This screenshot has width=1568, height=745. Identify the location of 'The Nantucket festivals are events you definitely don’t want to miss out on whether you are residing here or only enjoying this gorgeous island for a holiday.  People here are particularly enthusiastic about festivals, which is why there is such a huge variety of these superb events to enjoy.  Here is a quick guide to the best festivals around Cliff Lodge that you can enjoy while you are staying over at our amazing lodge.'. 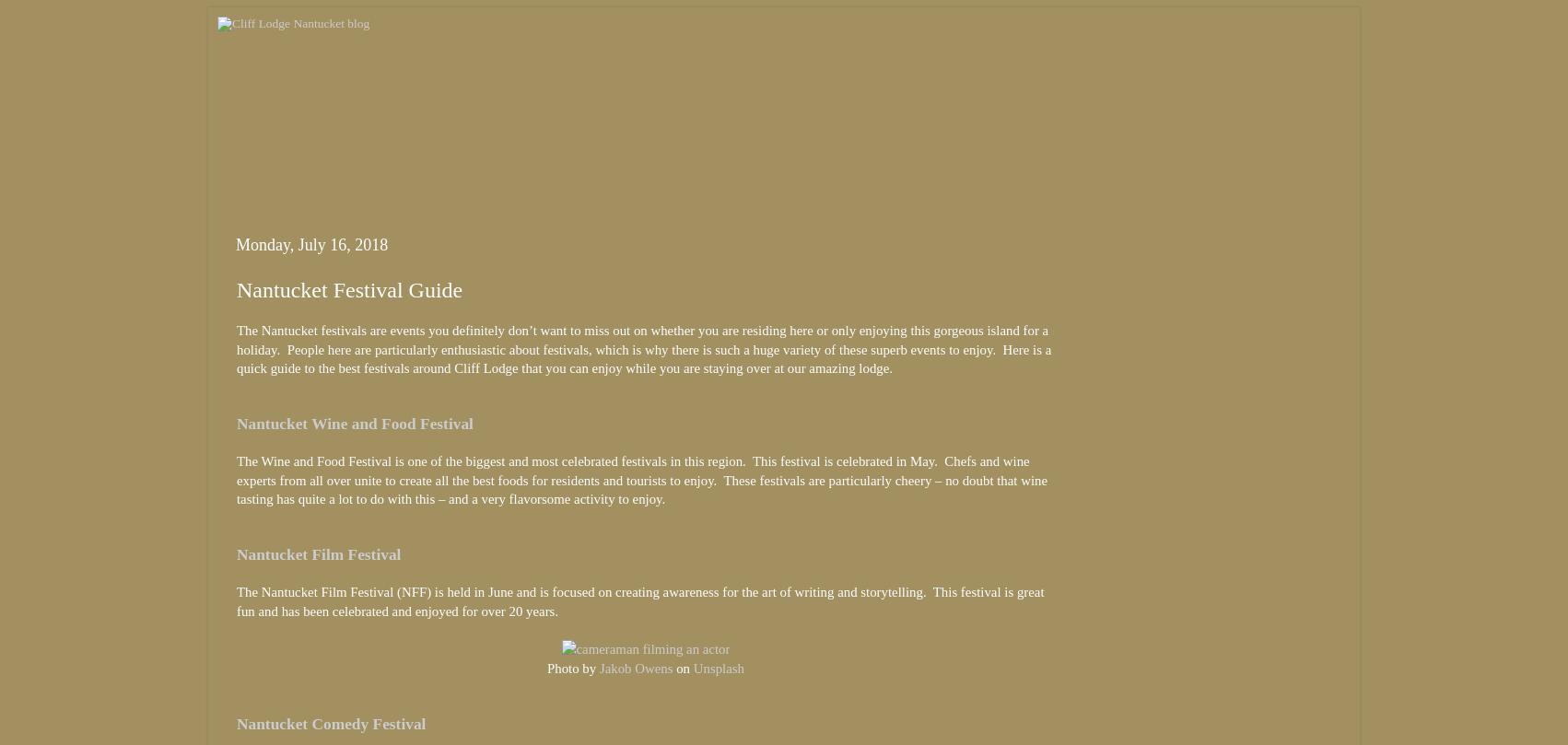
(644, 349).